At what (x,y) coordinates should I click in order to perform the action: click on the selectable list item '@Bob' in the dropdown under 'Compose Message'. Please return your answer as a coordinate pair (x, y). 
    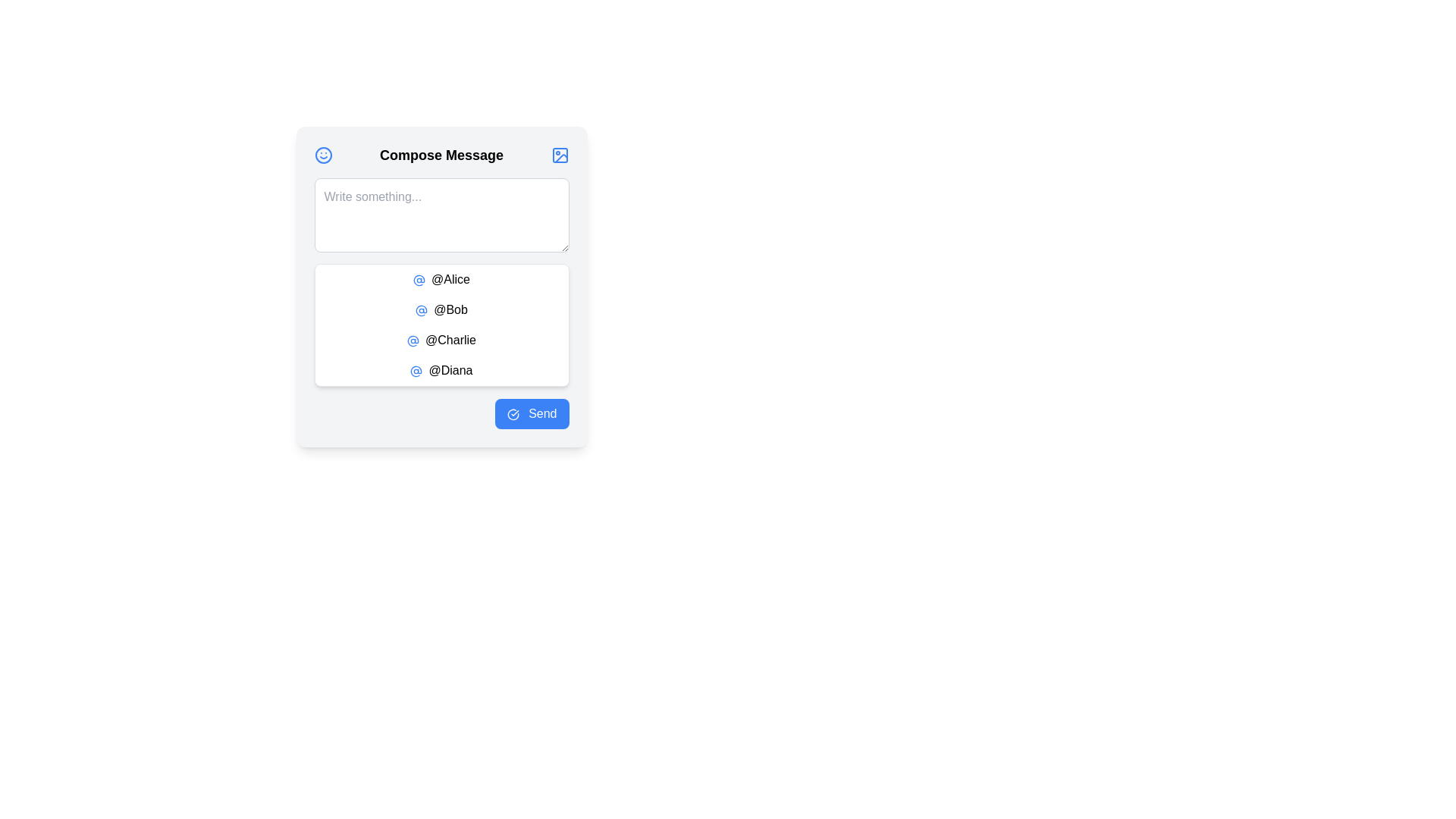
    Looking at the image, I should click on (441, 309).